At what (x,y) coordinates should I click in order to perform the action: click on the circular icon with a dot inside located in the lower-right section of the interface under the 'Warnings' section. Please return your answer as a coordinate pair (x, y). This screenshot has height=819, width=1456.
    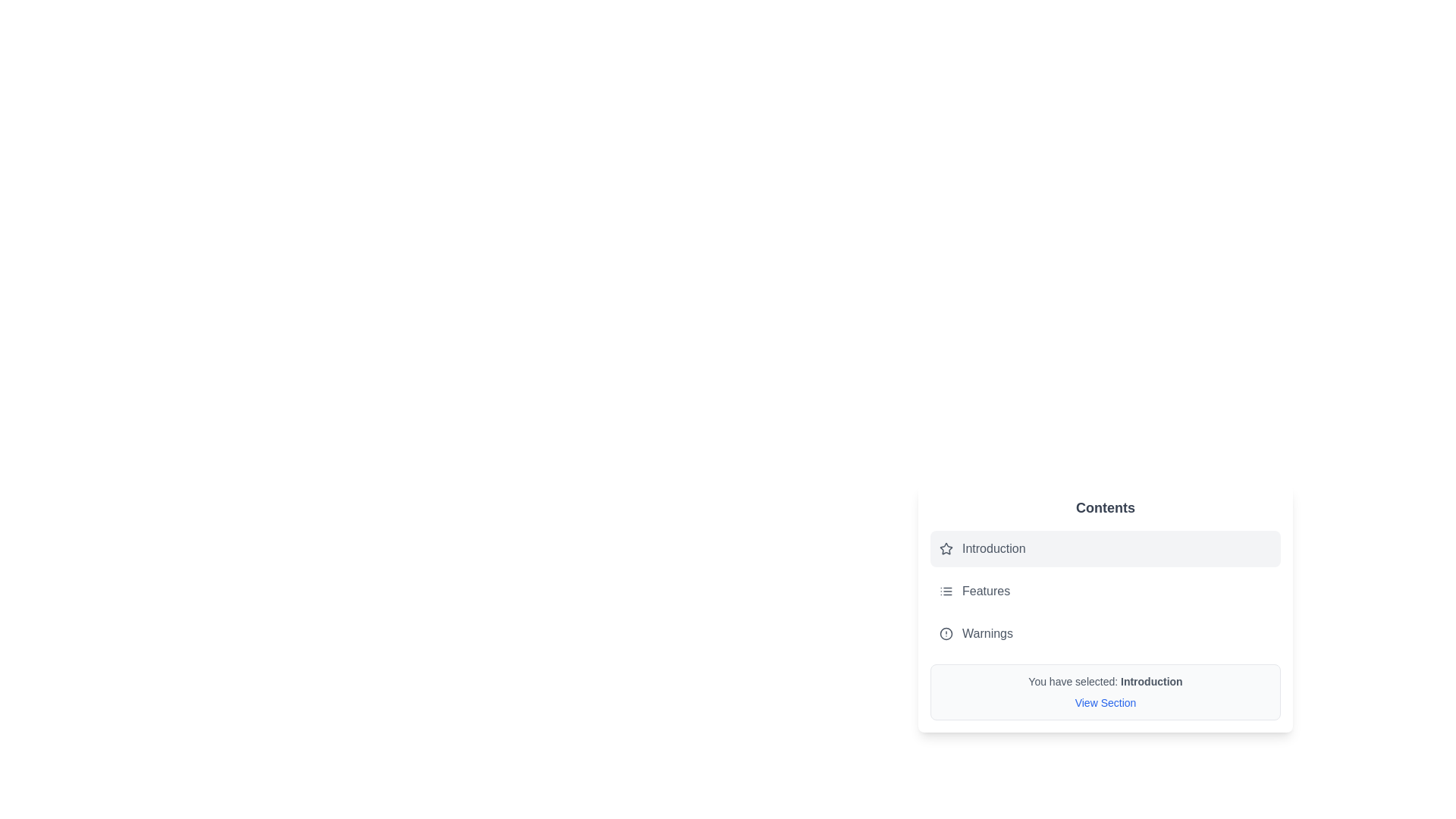
    Looking at the image, I should click on (946, 634).